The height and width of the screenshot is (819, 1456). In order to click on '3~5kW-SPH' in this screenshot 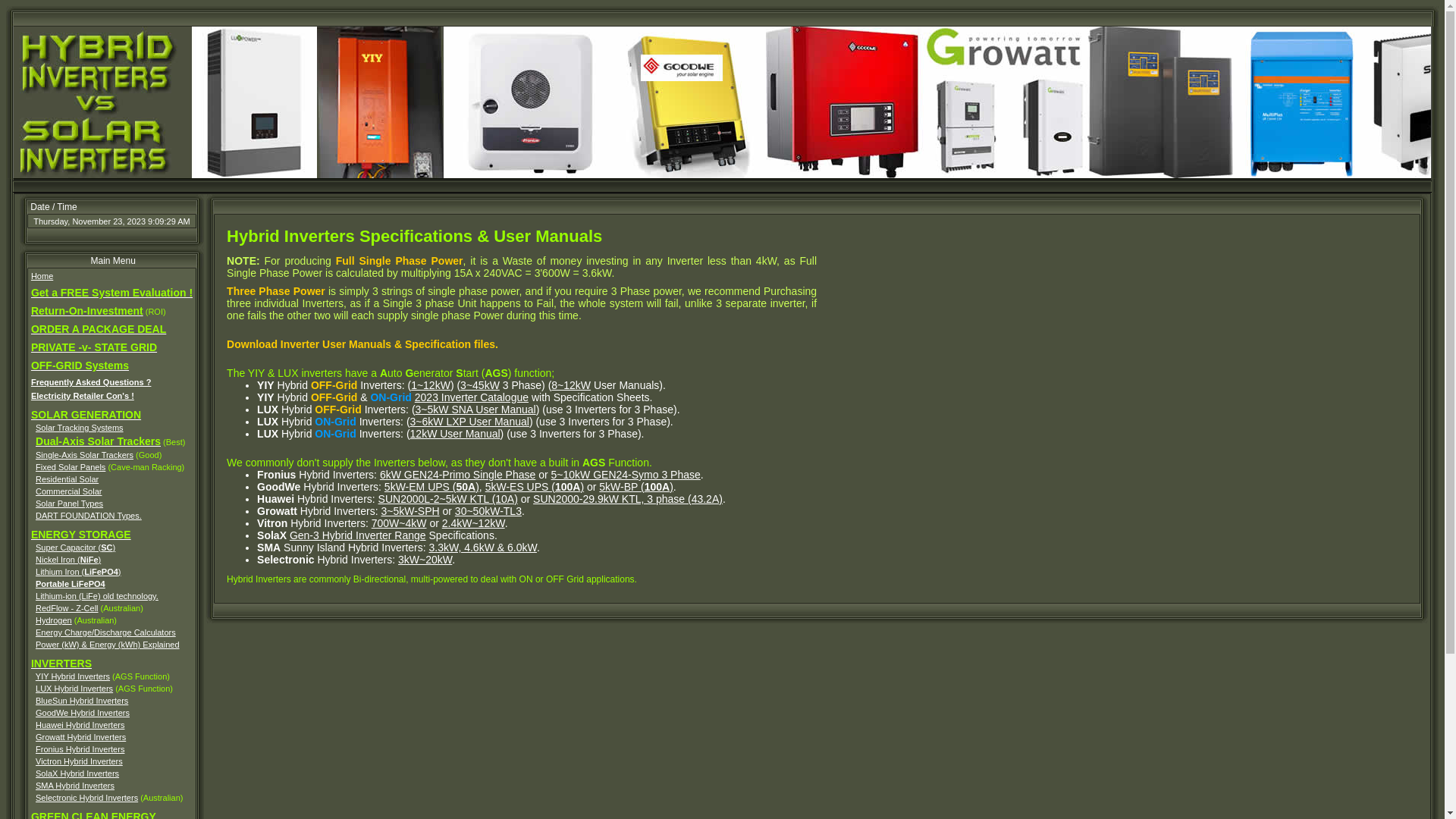, I will do `click(409, 511)`.